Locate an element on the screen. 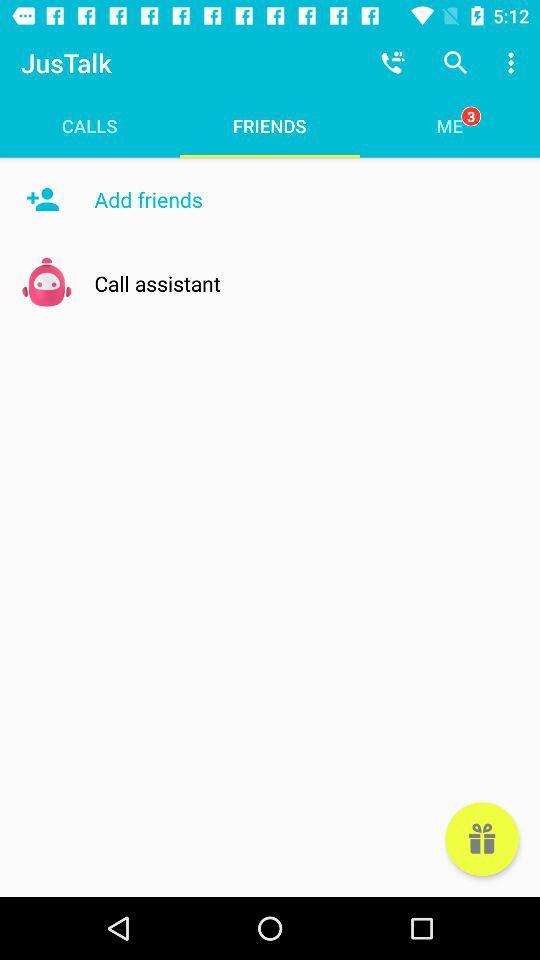  the gift icon is located at coordinates (481, 839).